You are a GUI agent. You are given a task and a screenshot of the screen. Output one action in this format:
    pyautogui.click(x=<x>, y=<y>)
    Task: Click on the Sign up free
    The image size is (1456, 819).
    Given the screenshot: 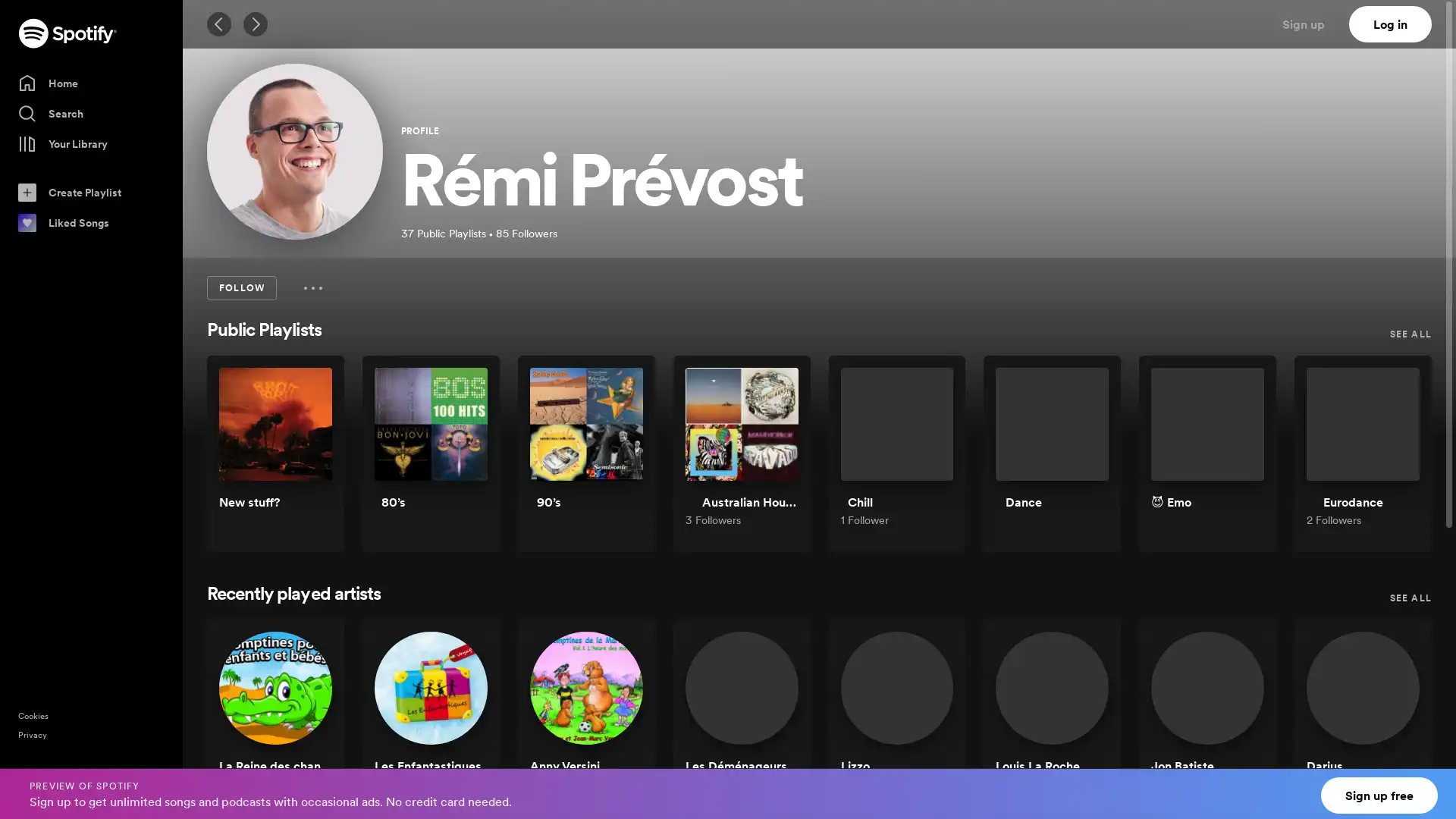 What is the action you would take?
    pyautogui.click(x=1379, y=795)
    